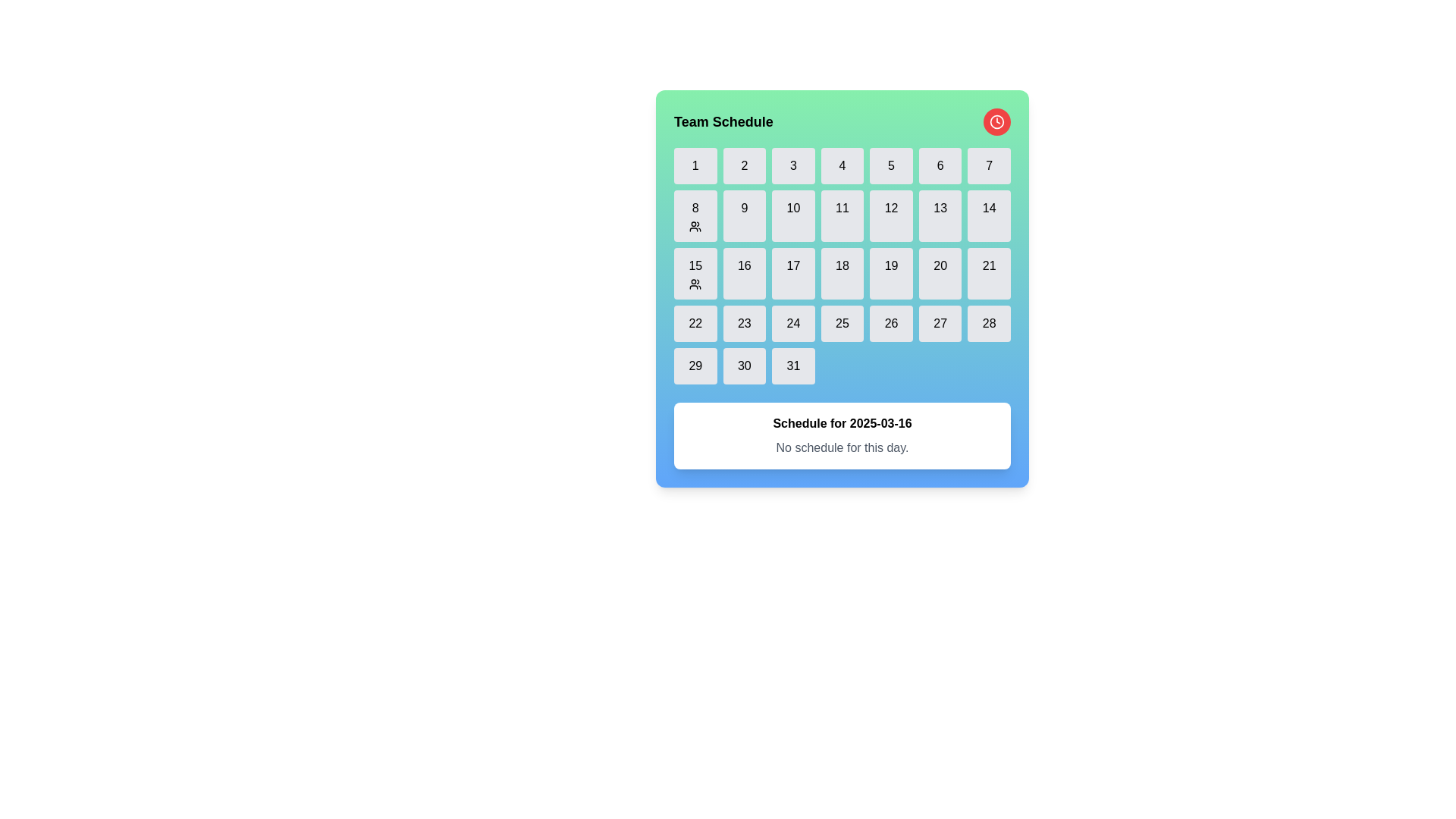  What do you see at coordinates (940, 323) in the screenshot?
I see `the text displaying the number '27' which is centered within a light gray rounded rectangle button in the bottom row of the calendar grid` at bounding box center [940, 323].